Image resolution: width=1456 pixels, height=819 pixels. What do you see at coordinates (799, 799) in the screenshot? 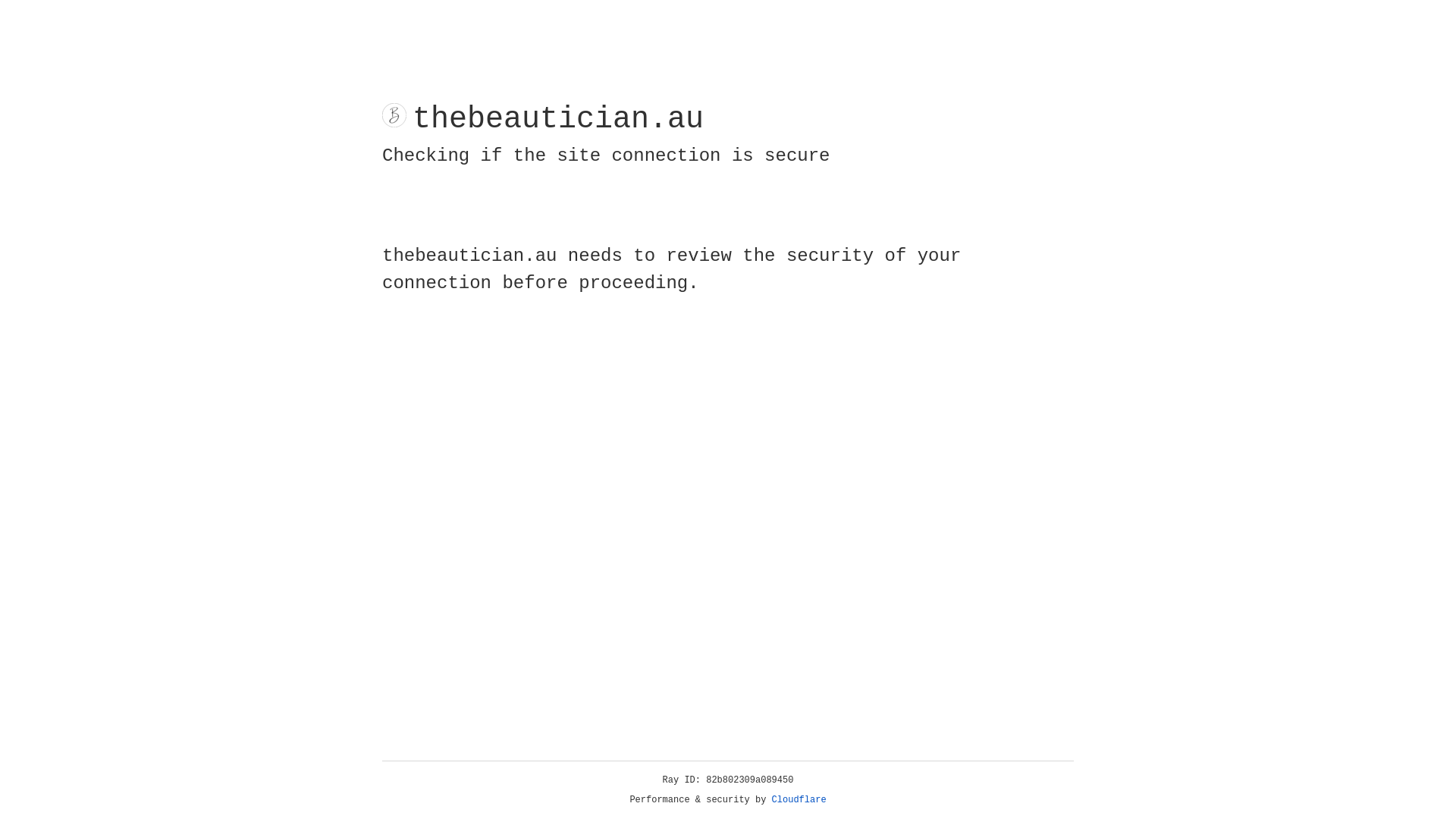
I see `'Cloudflare'` at bounding box center [799, 799].